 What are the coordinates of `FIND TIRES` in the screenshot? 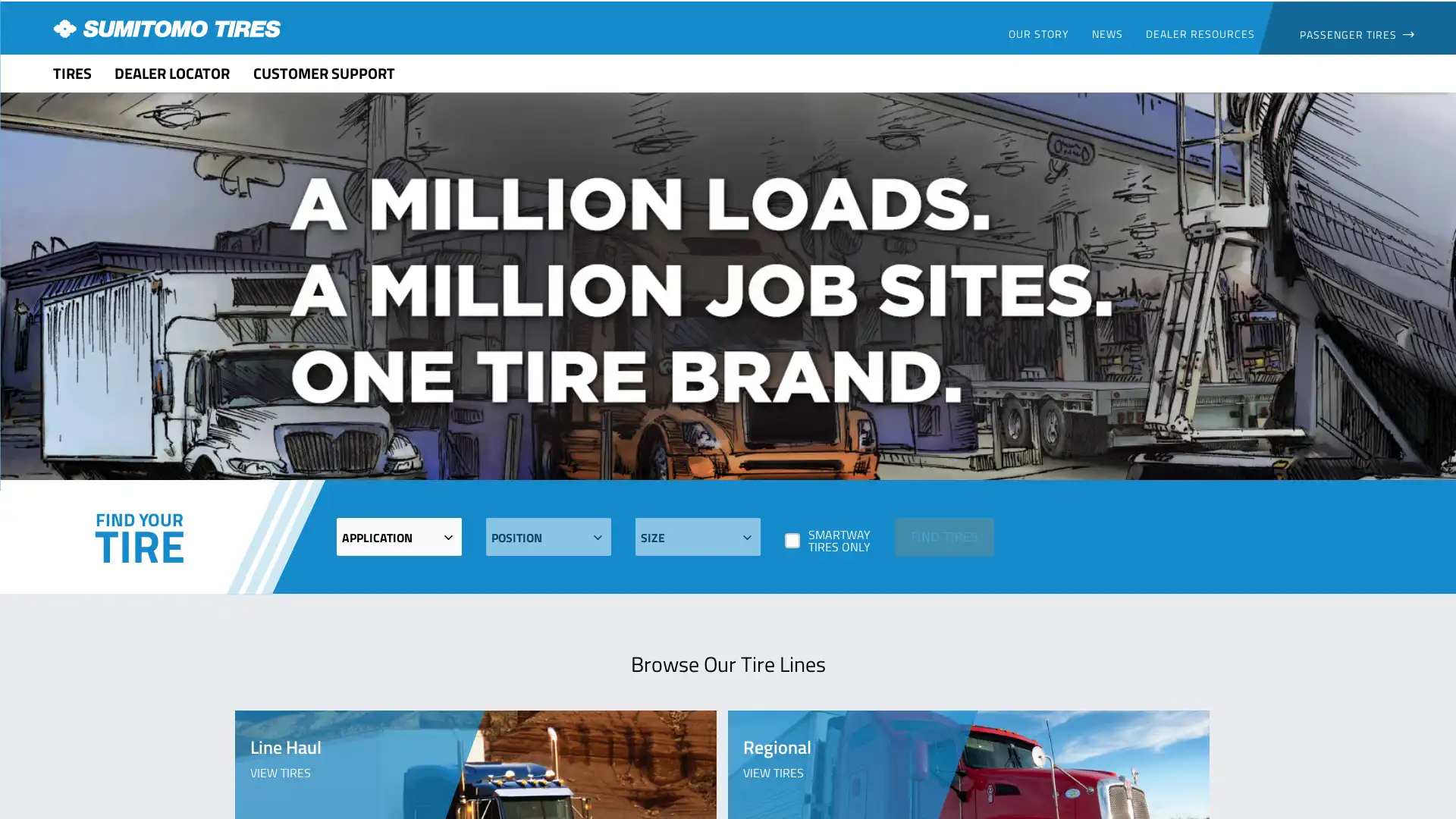 It's located at (943, 535).